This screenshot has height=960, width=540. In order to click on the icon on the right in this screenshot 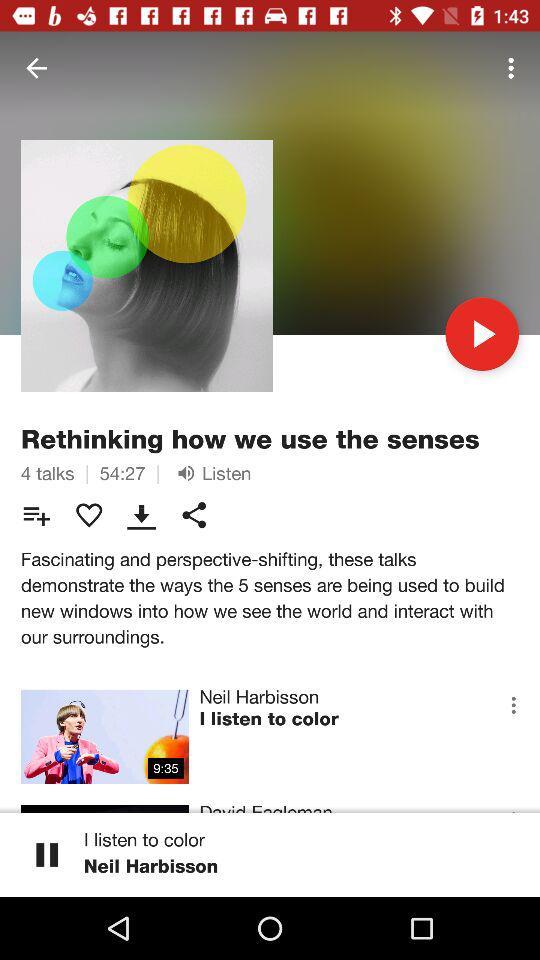, I will do `click(481, 334)`.